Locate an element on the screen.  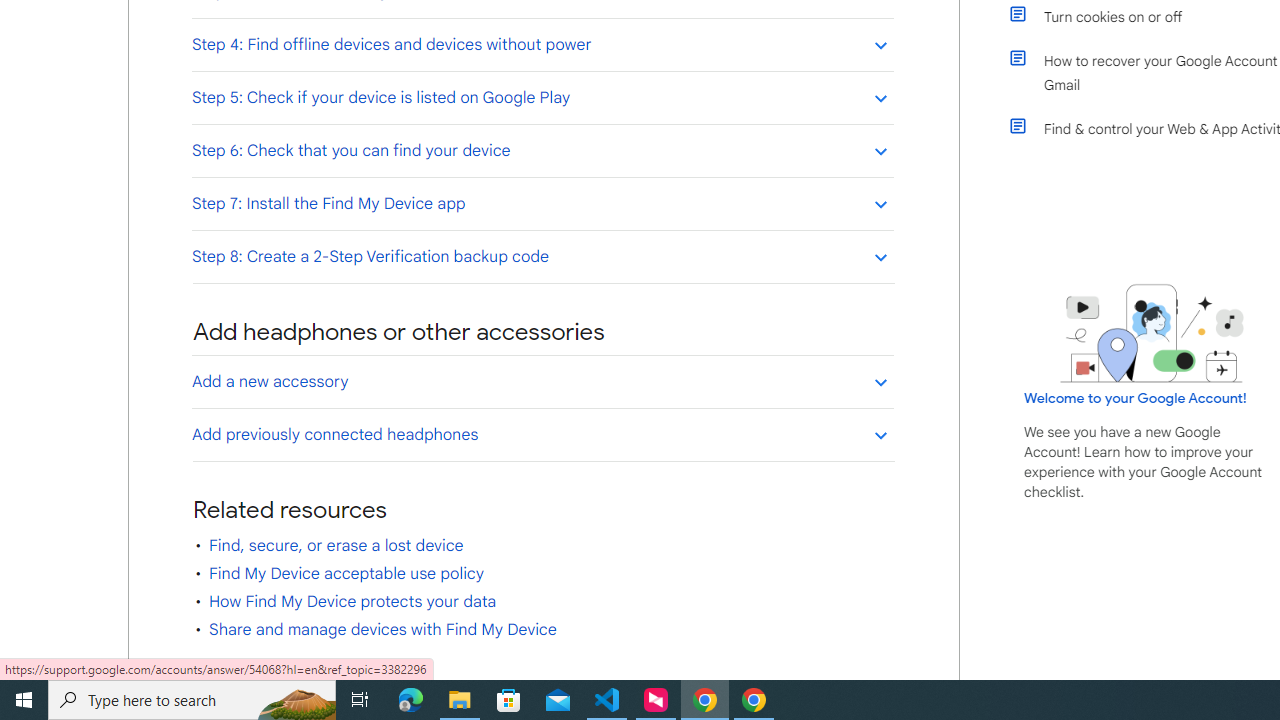
'Step 8: Create a 2-Step Verification backup code' is located at coordinates (542, 255).